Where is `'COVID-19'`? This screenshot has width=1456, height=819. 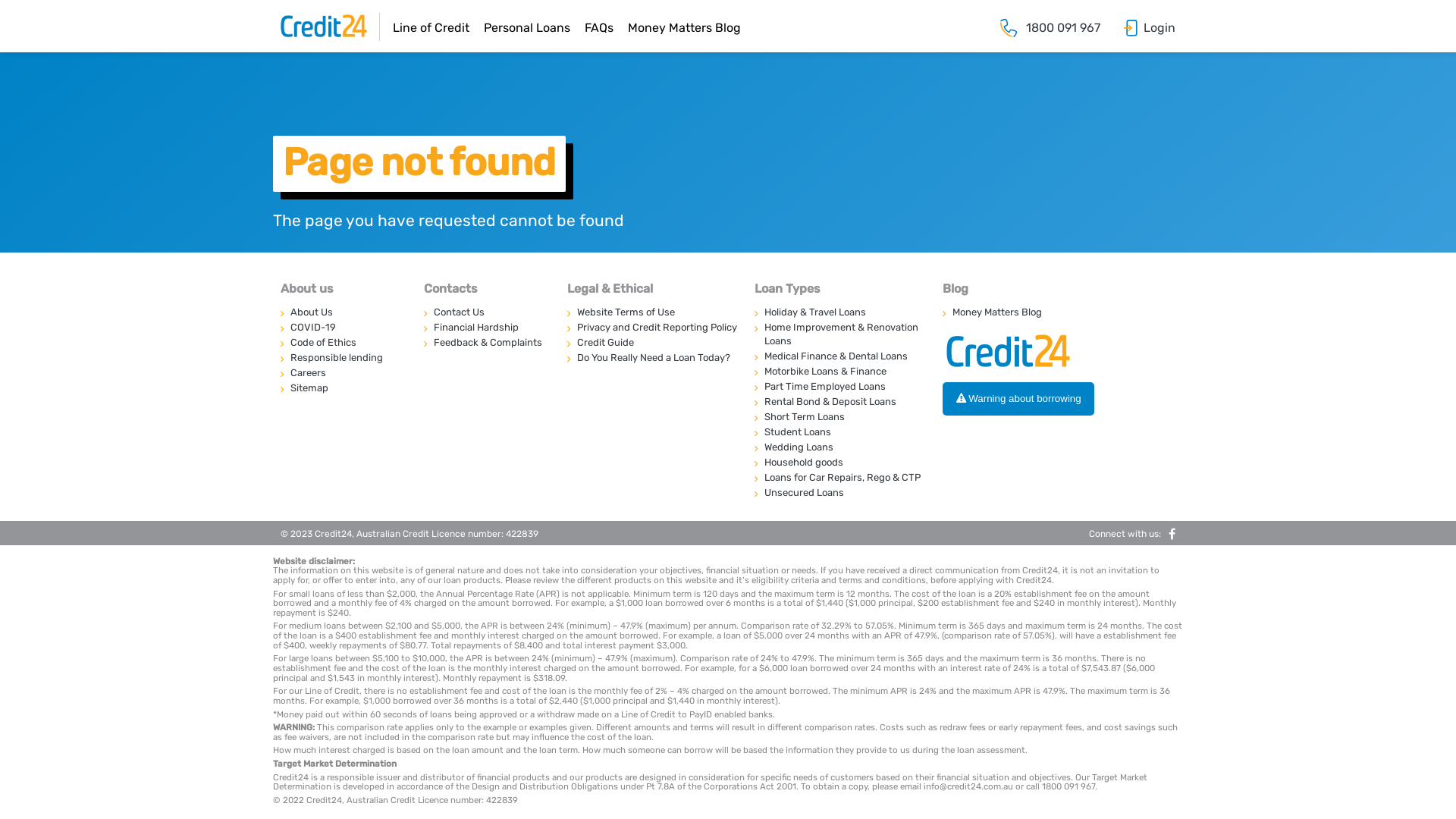 'COVID-19' is located at coordinates (280, 327).